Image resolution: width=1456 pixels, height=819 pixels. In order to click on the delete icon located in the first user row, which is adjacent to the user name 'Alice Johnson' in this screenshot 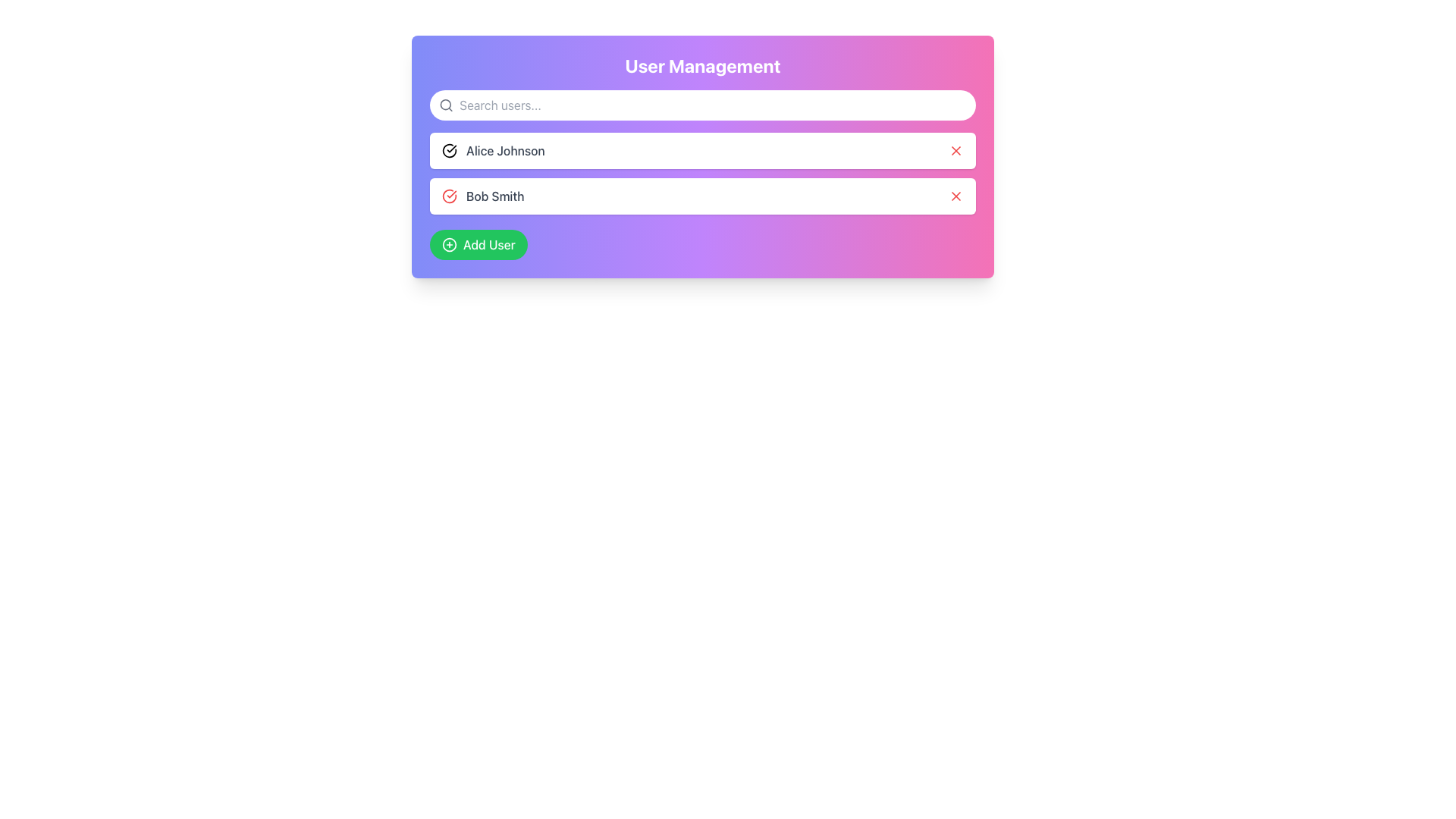, I will do `click(955, 151)`.